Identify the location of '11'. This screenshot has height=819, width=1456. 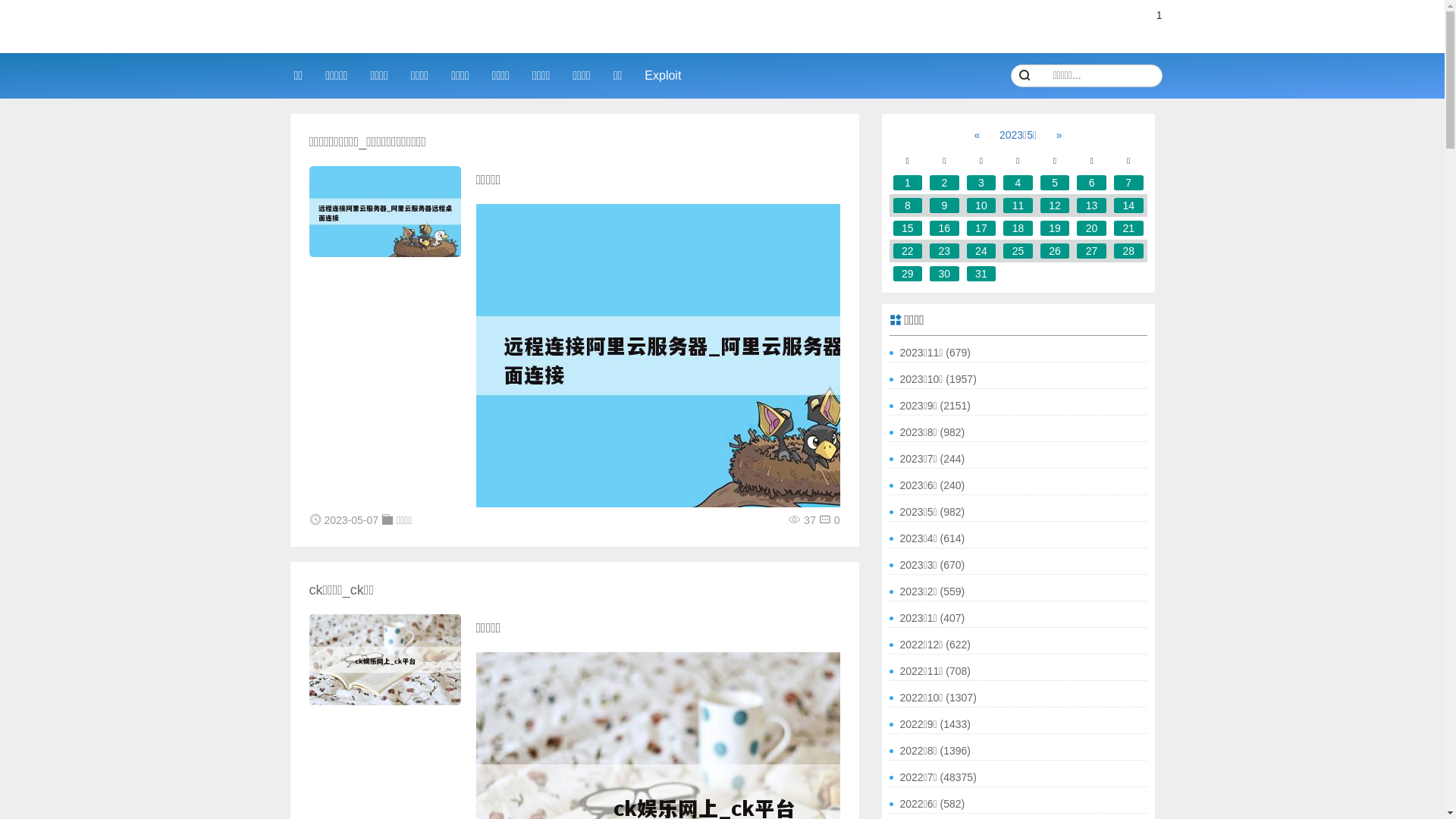
(1018, 205).